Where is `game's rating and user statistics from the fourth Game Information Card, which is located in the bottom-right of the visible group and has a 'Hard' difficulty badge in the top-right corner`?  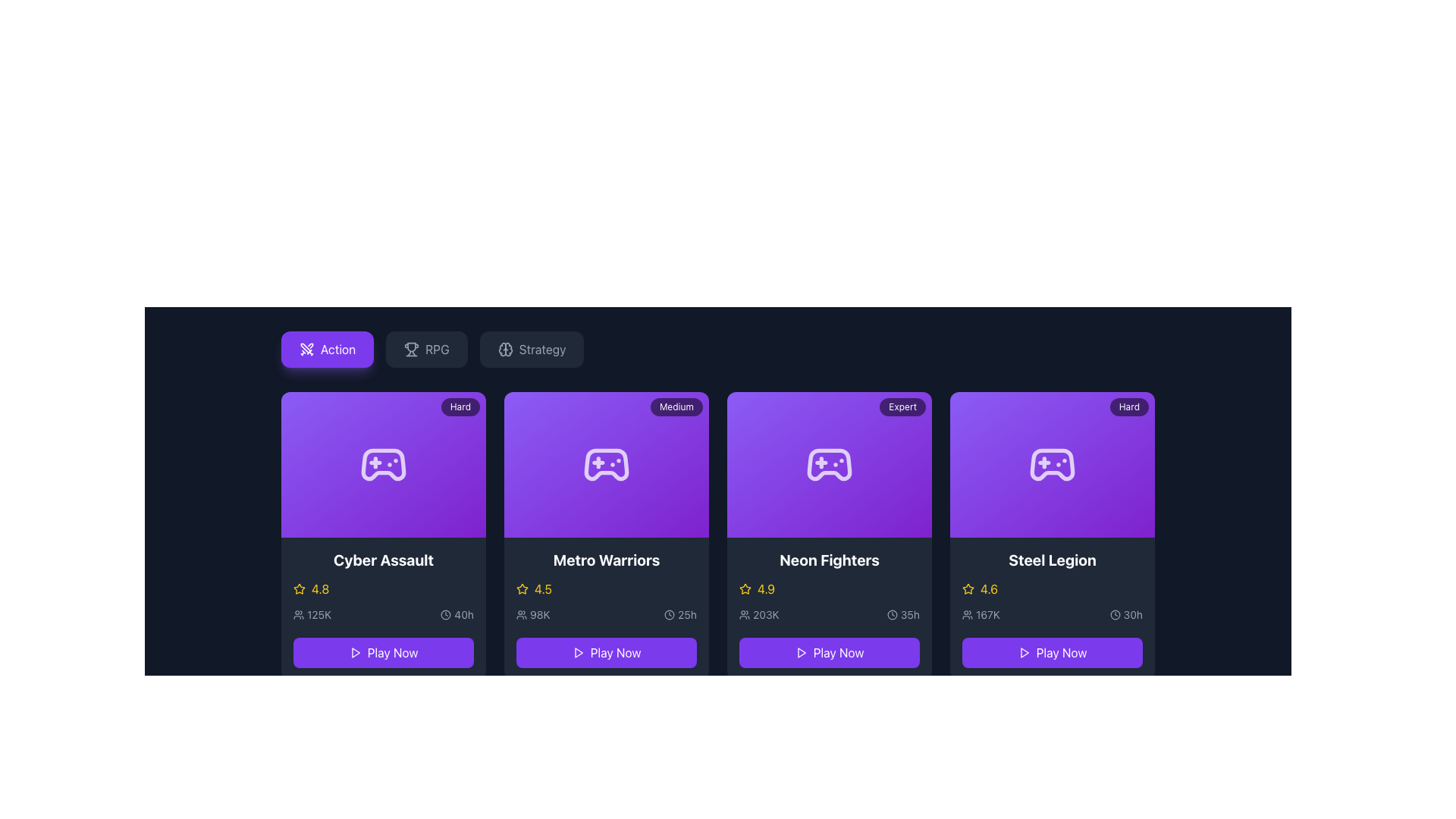 game's rating and user statistics from the fourth Game Information Card, which is located in the bottom-right of the visible group and has a 'Hard' difficulty badge in the top-right corner is located at coordinates (1051, 607).